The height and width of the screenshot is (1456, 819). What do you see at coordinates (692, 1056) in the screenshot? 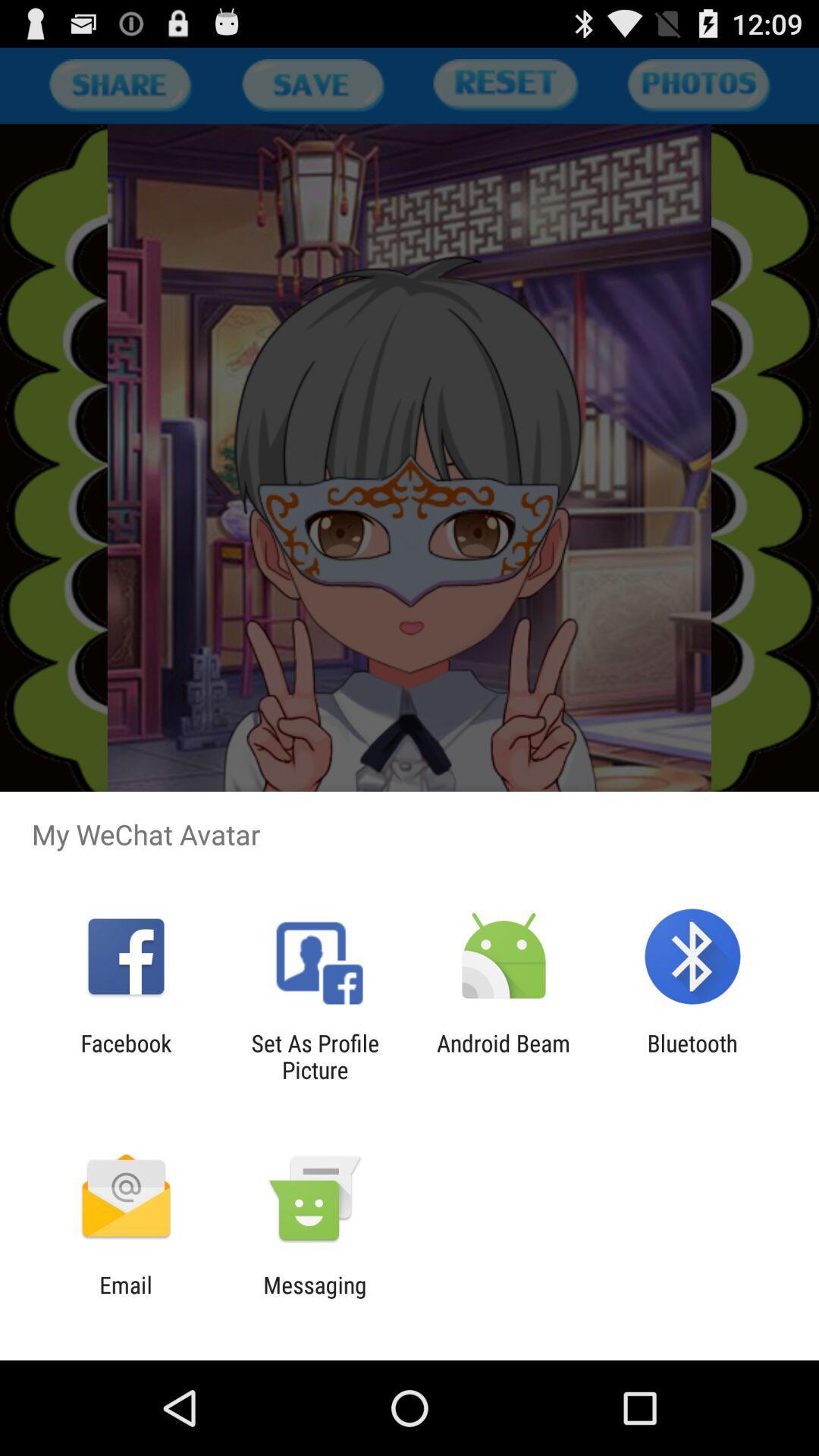
I see `app to the right of android beam item` at bounding box center [692, 1056].